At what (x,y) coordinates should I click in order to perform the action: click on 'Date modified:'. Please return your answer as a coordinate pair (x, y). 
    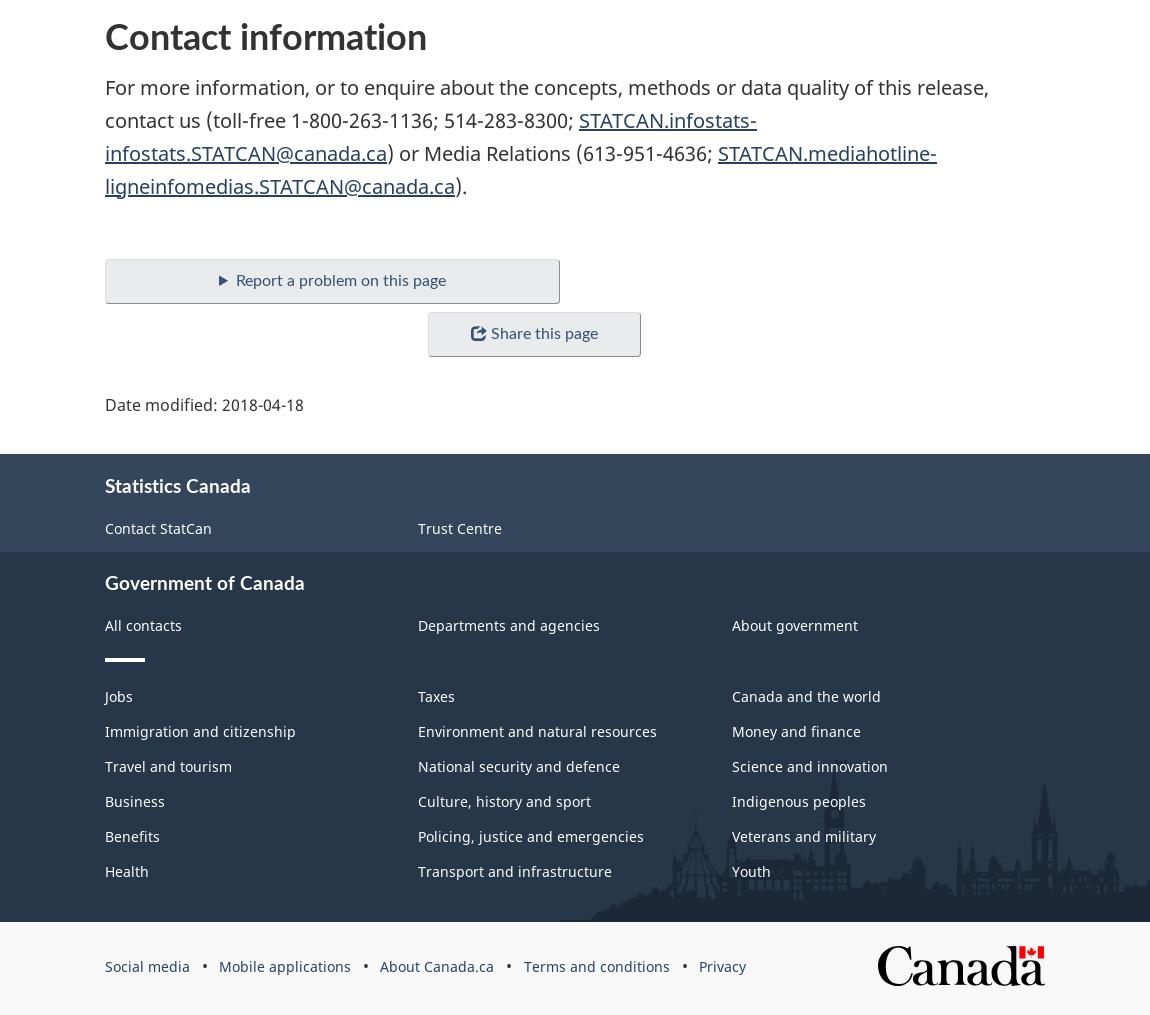
    Looking at the image, I should click on (162, 404).